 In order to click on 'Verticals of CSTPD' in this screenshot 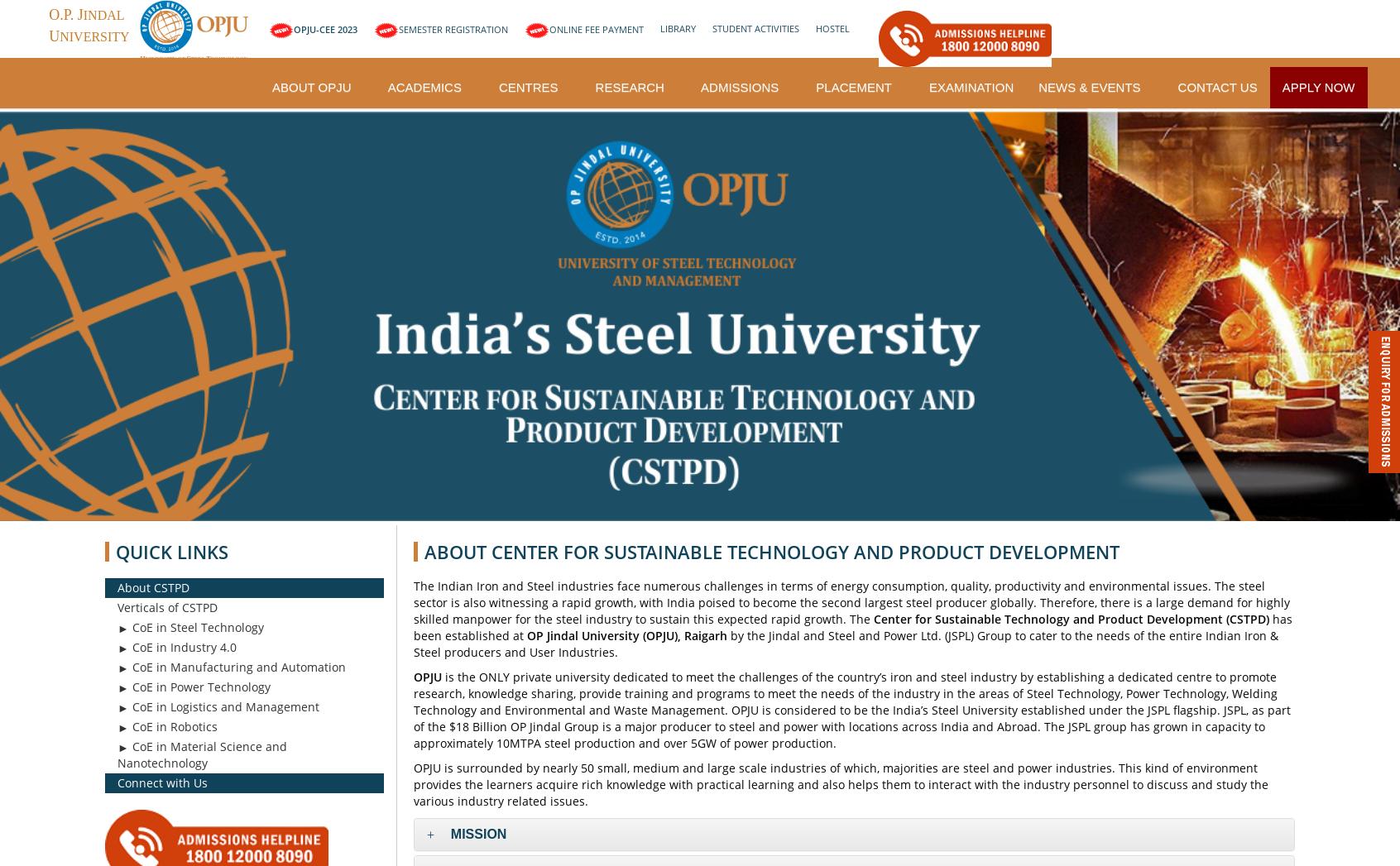, I will do `click(165, 607)`.